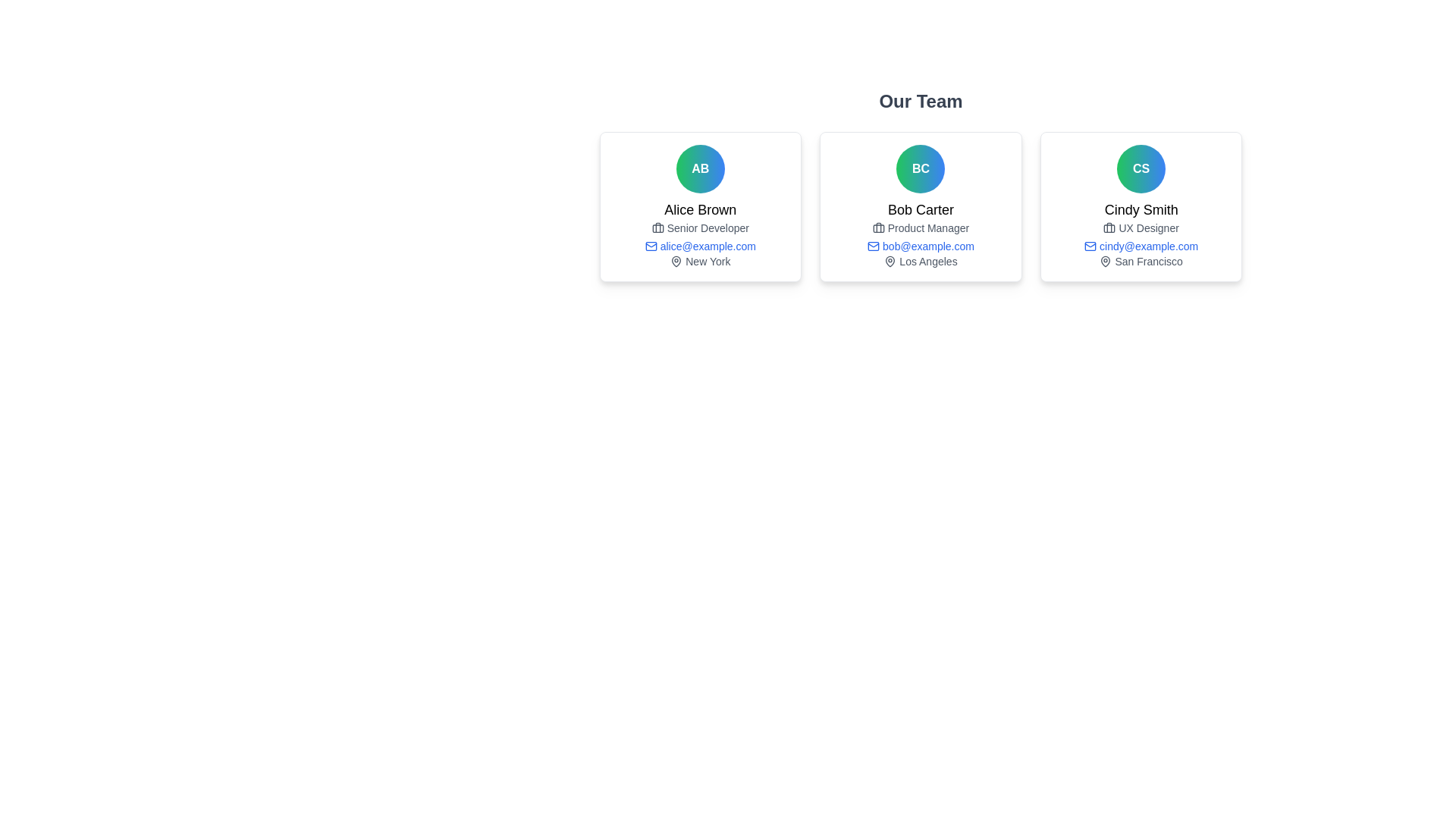 This screenshot has height=819, width=1456. What do you see at coordinates (920, 260) in the screenshot?
I see `the 'Los Angeles' text with map pin icon located at the bottom center of the card labeled 'Bob Carter'` at bounding box center [920, 260].